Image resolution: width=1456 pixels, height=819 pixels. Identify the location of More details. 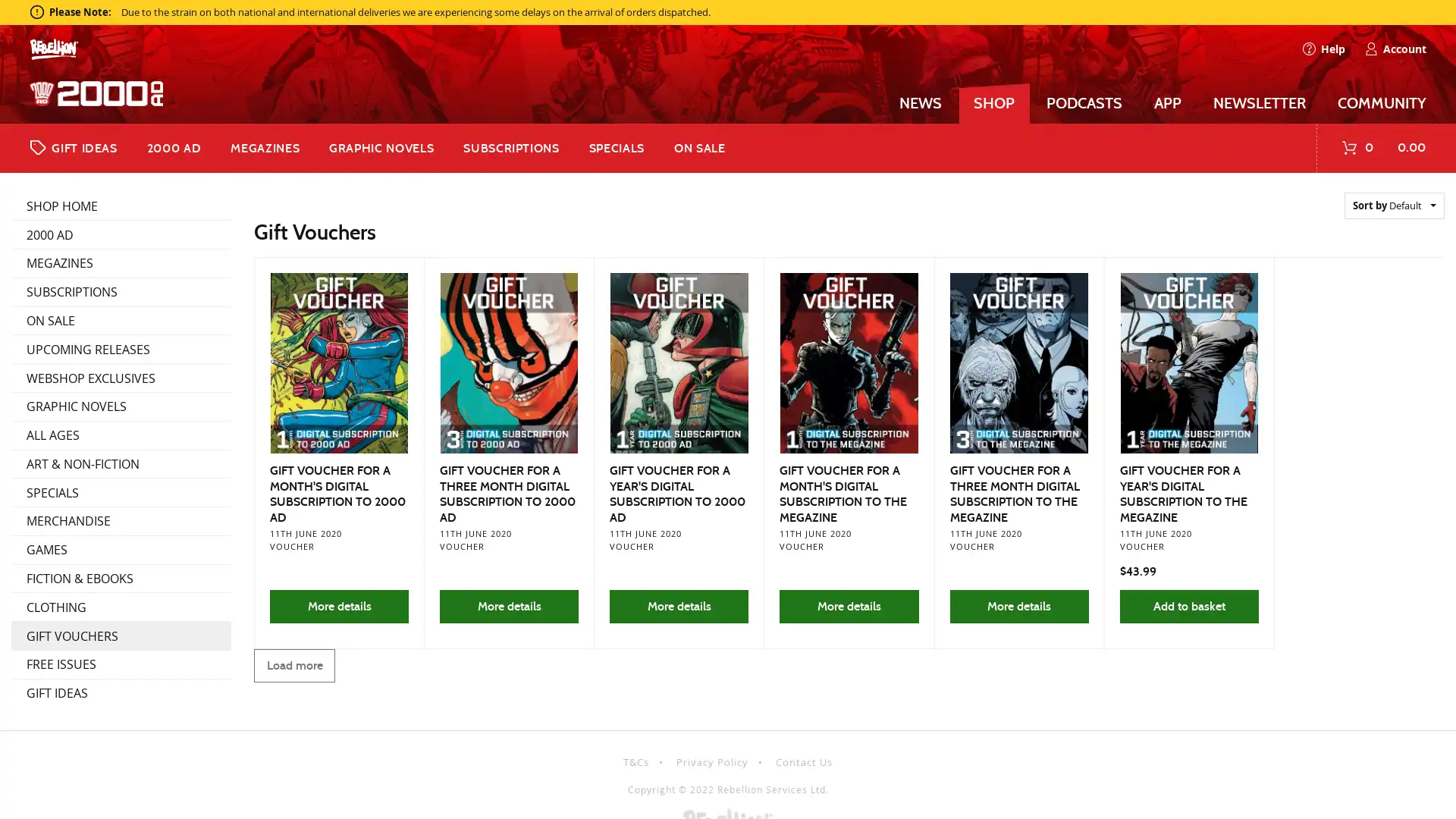
(509, 605).